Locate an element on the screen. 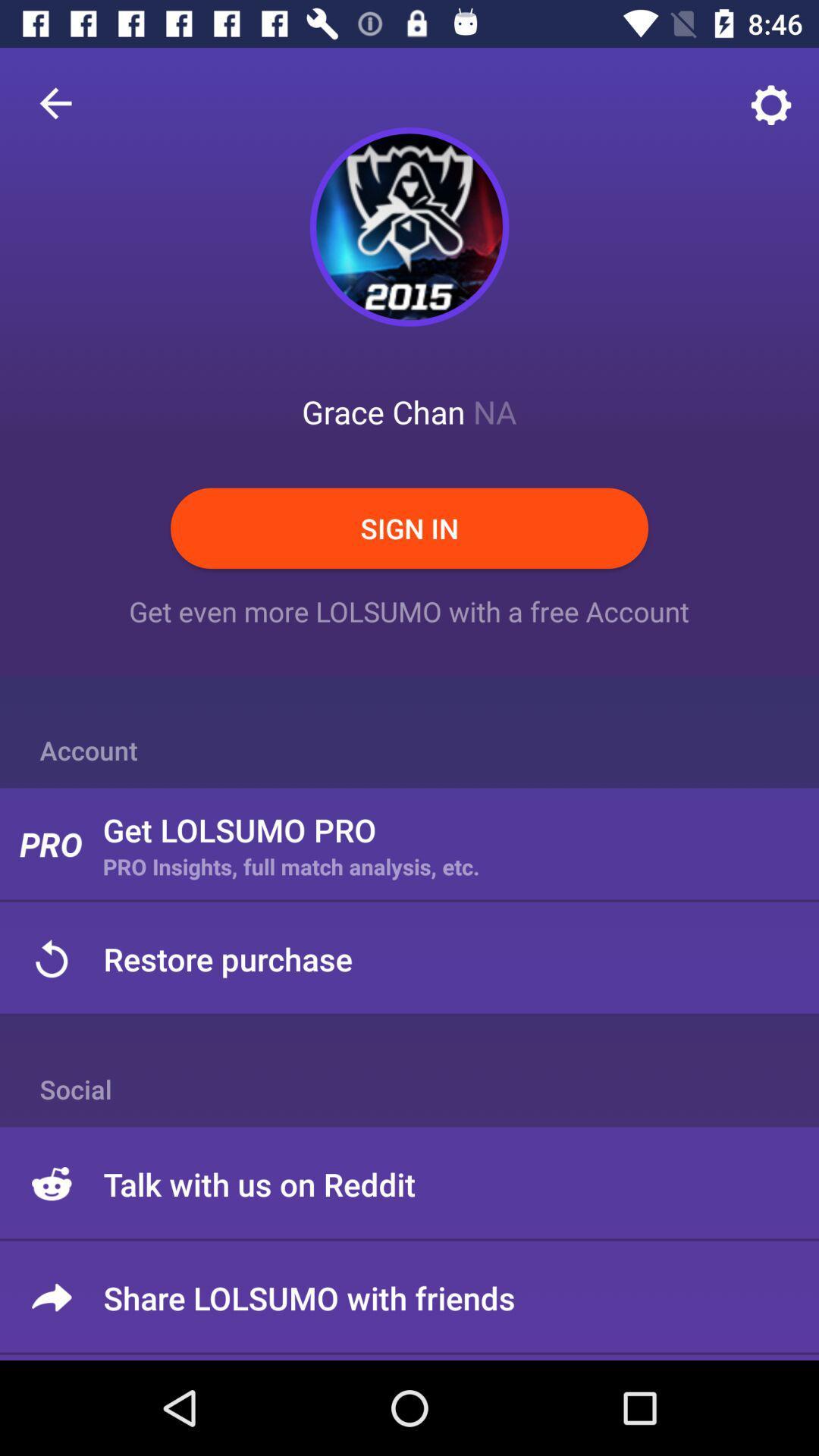 This screenshot has width=819, height=1456. the icon above account is located at coordinates (55, 102).